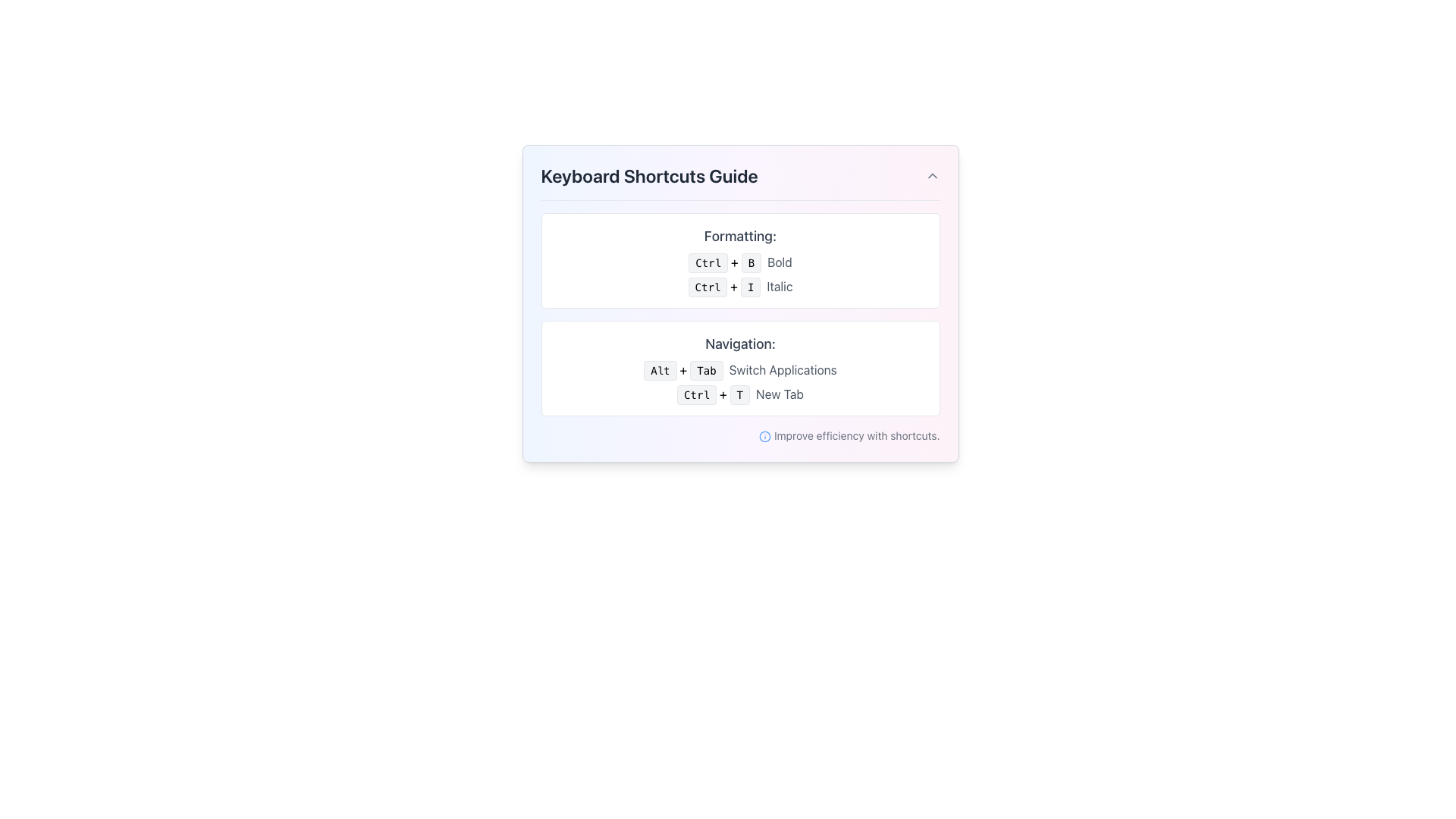 The width and height of the screenshot is (1456, 819). I want to click on the keyboard shortcut label displaying 'Ctrl + T New Tab', which is the second entry under the 'Navigation' section of the keyboard shortcut guide, so click(740, 394).